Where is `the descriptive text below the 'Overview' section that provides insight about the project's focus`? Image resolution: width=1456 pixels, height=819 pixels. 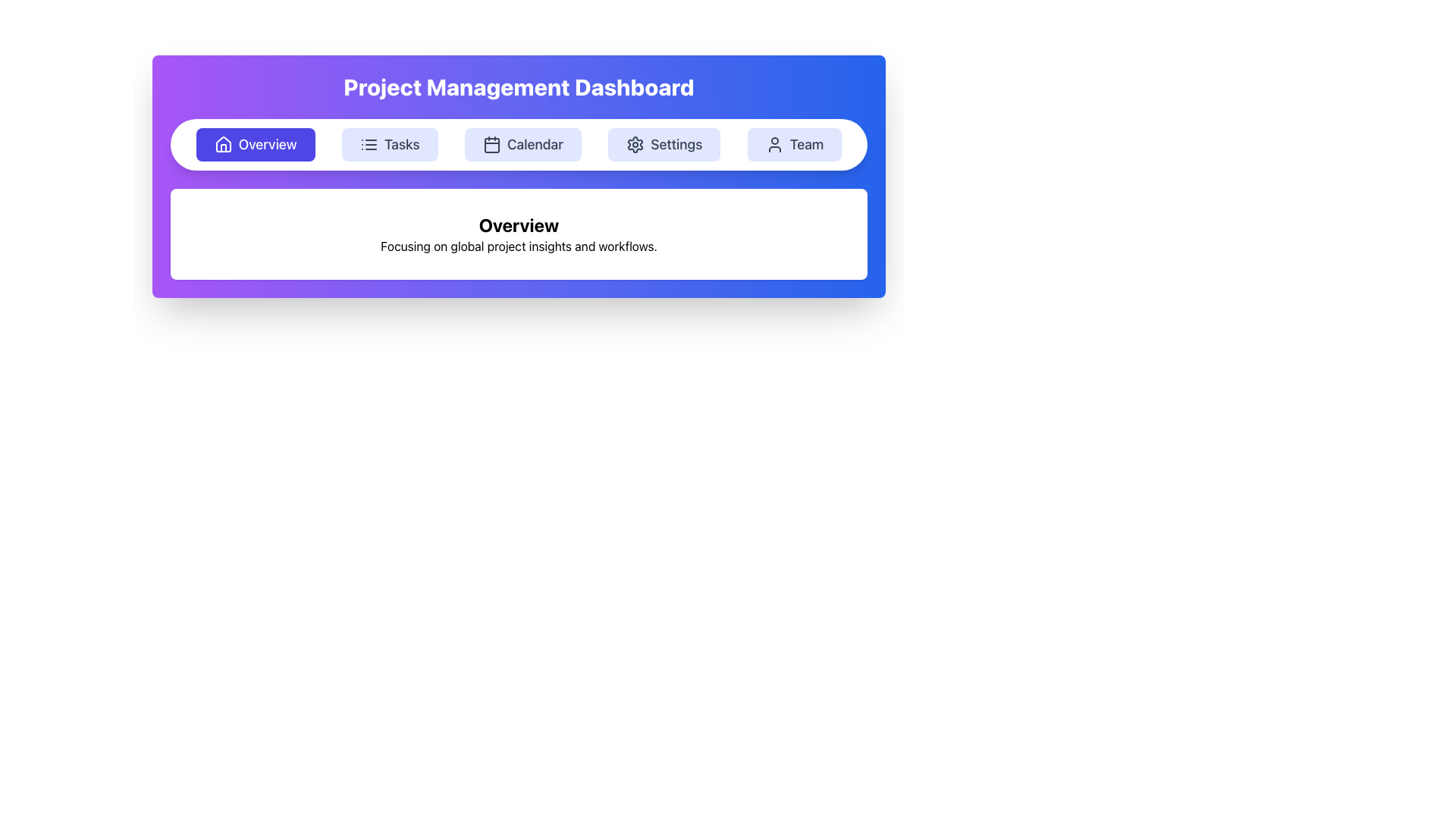
the descriptive text below the 'Overview' section that provides insight about the project's focus is located at coordinates (519, 245).